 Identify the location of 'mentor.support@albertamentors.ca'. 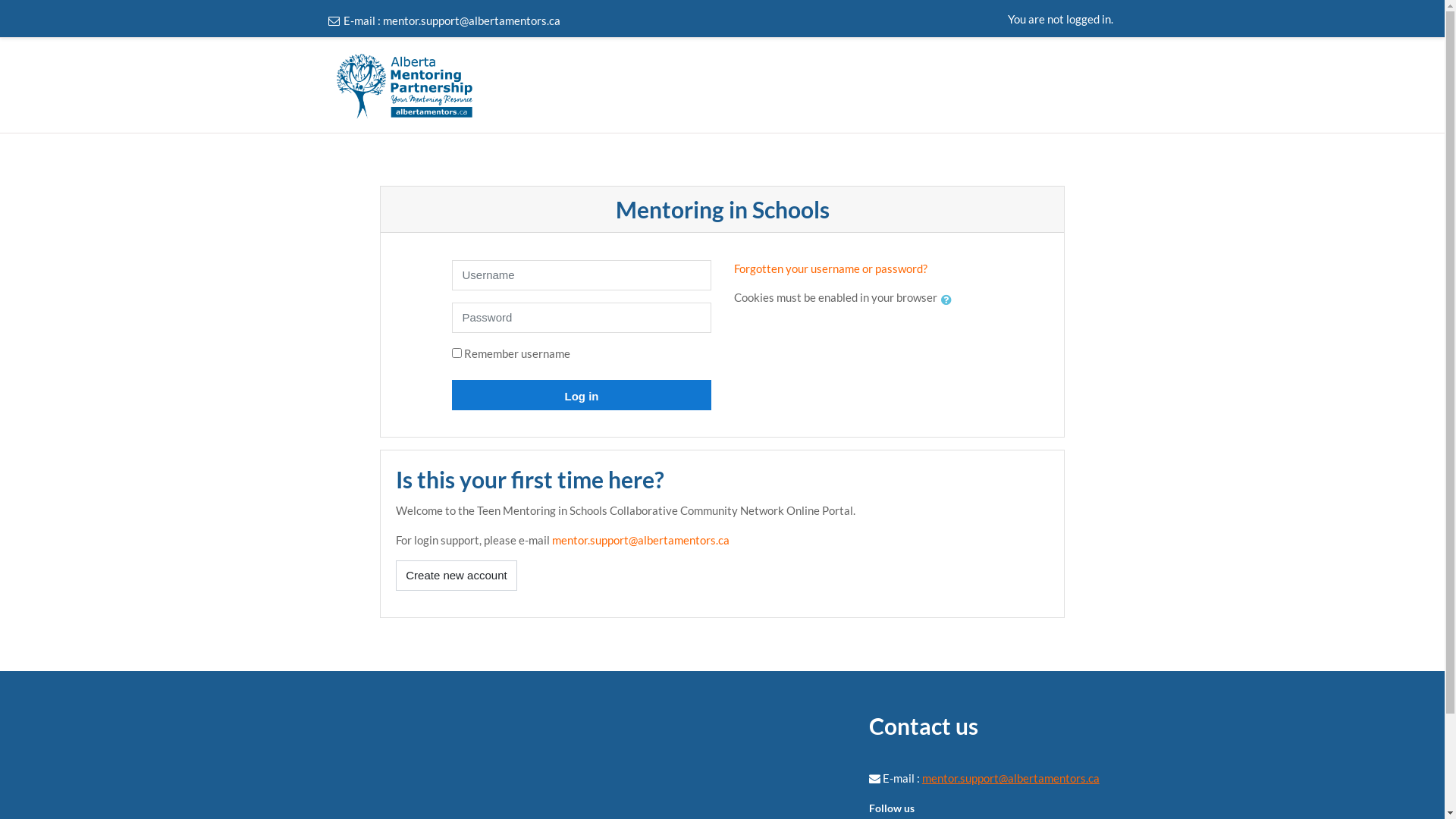
(551, 539).